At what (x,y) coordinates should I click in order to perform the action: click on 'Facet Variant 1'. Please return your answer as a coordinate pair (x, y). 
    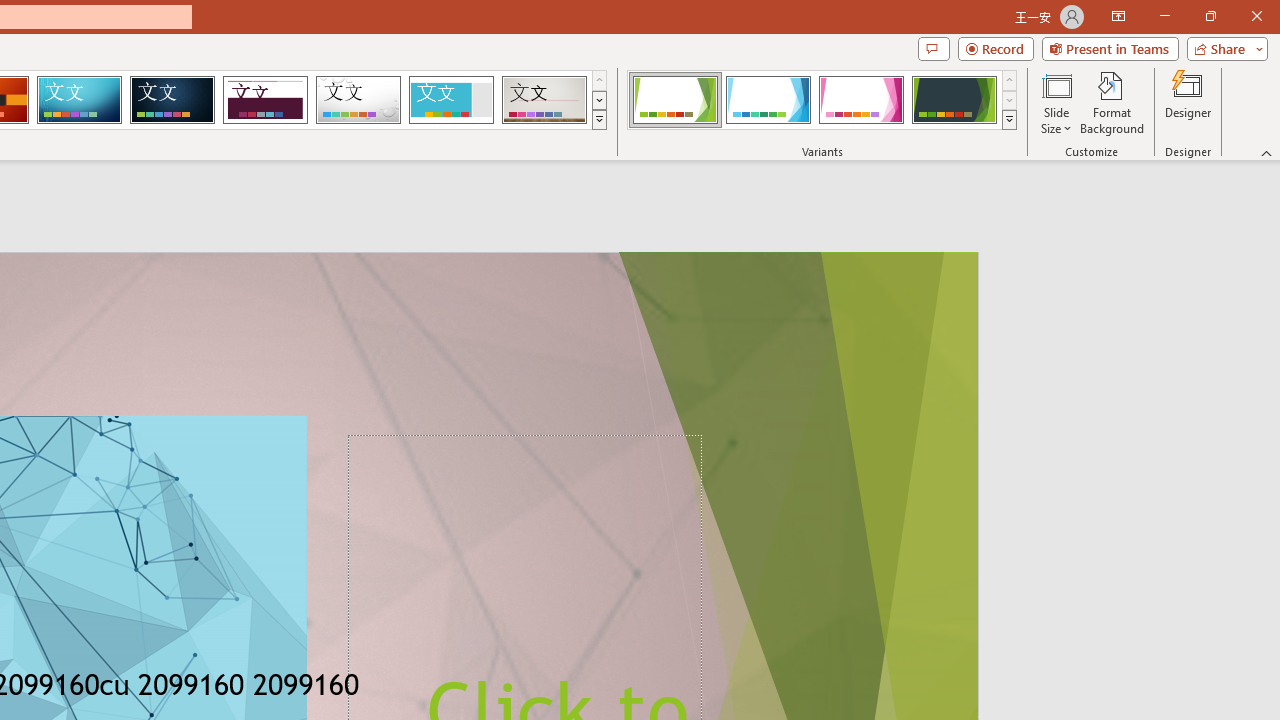
    Looking at the image, I should click on (675, 100).